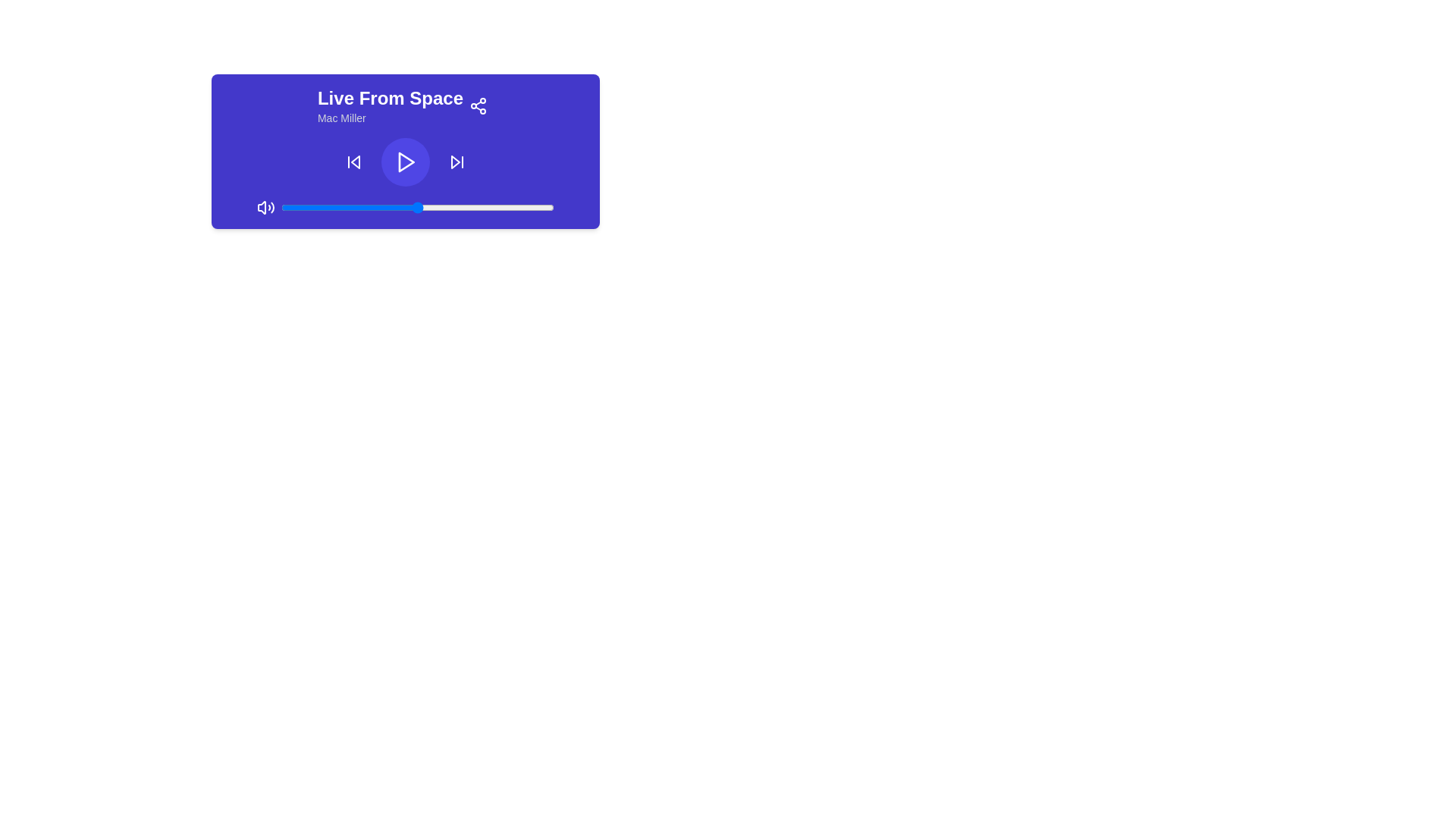  What do you see at coordinates (420, 207) in the screenshot?
I see `the slider value` at bounding box center [420, 207].